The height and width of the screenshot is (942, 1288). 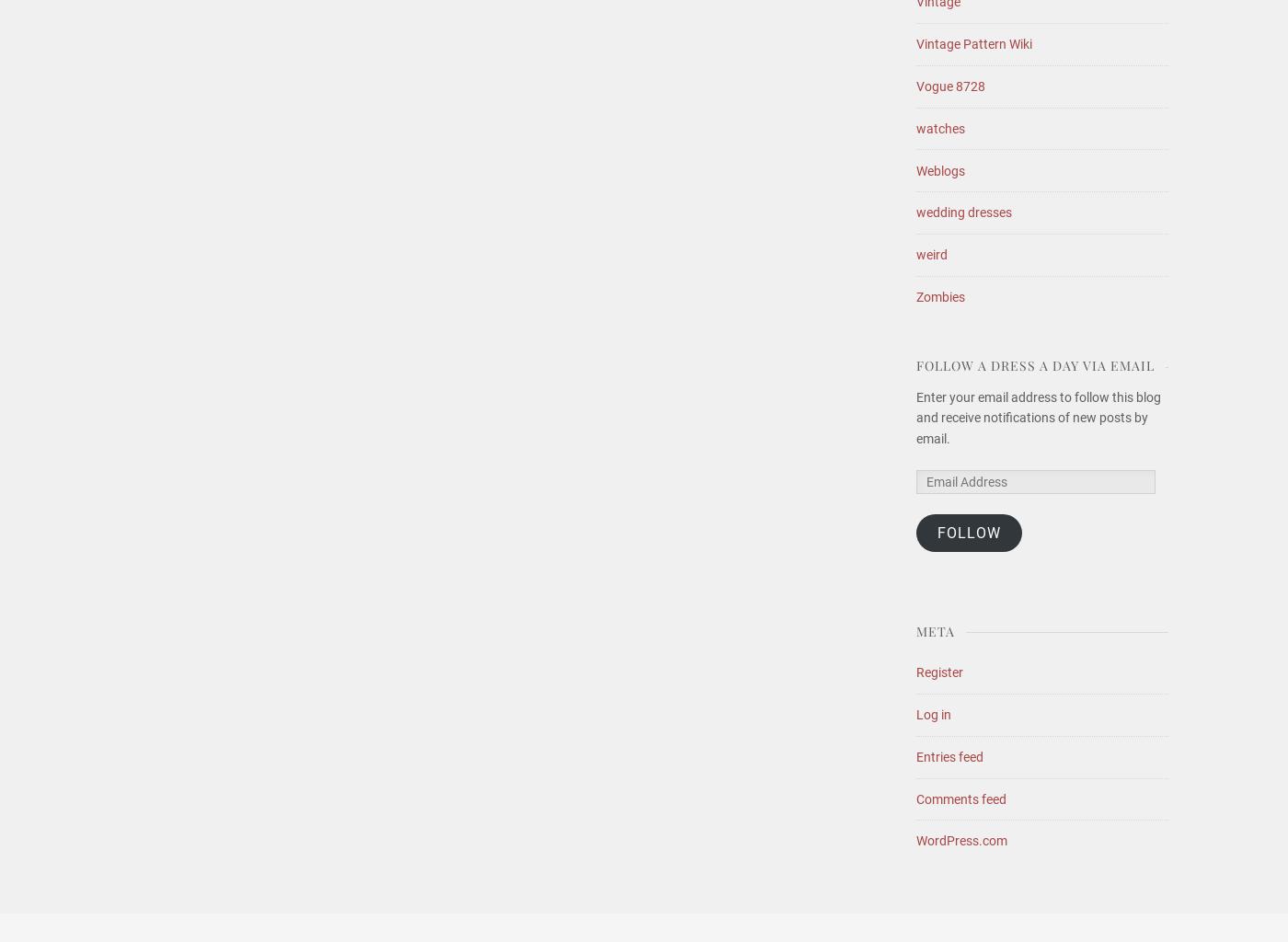 What do you see at coordinates (939, 672) in the screenshot?
I see `'Register'` at bounding box center [939, 672].